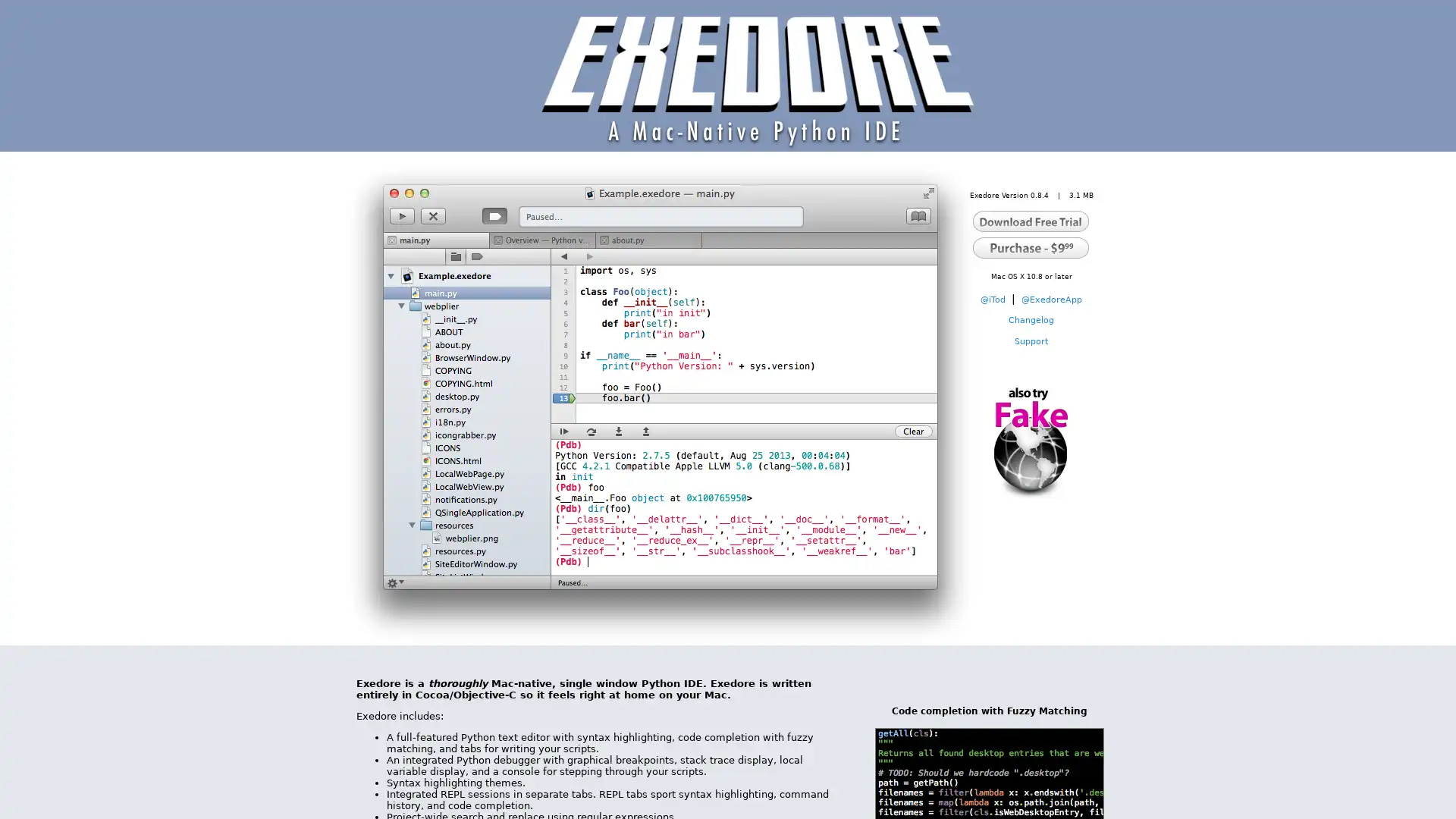  Describe the element at coordinates (1030, 246) in the screenshot. I see `PayPal - The safer, easier way to pay online!` at that location.